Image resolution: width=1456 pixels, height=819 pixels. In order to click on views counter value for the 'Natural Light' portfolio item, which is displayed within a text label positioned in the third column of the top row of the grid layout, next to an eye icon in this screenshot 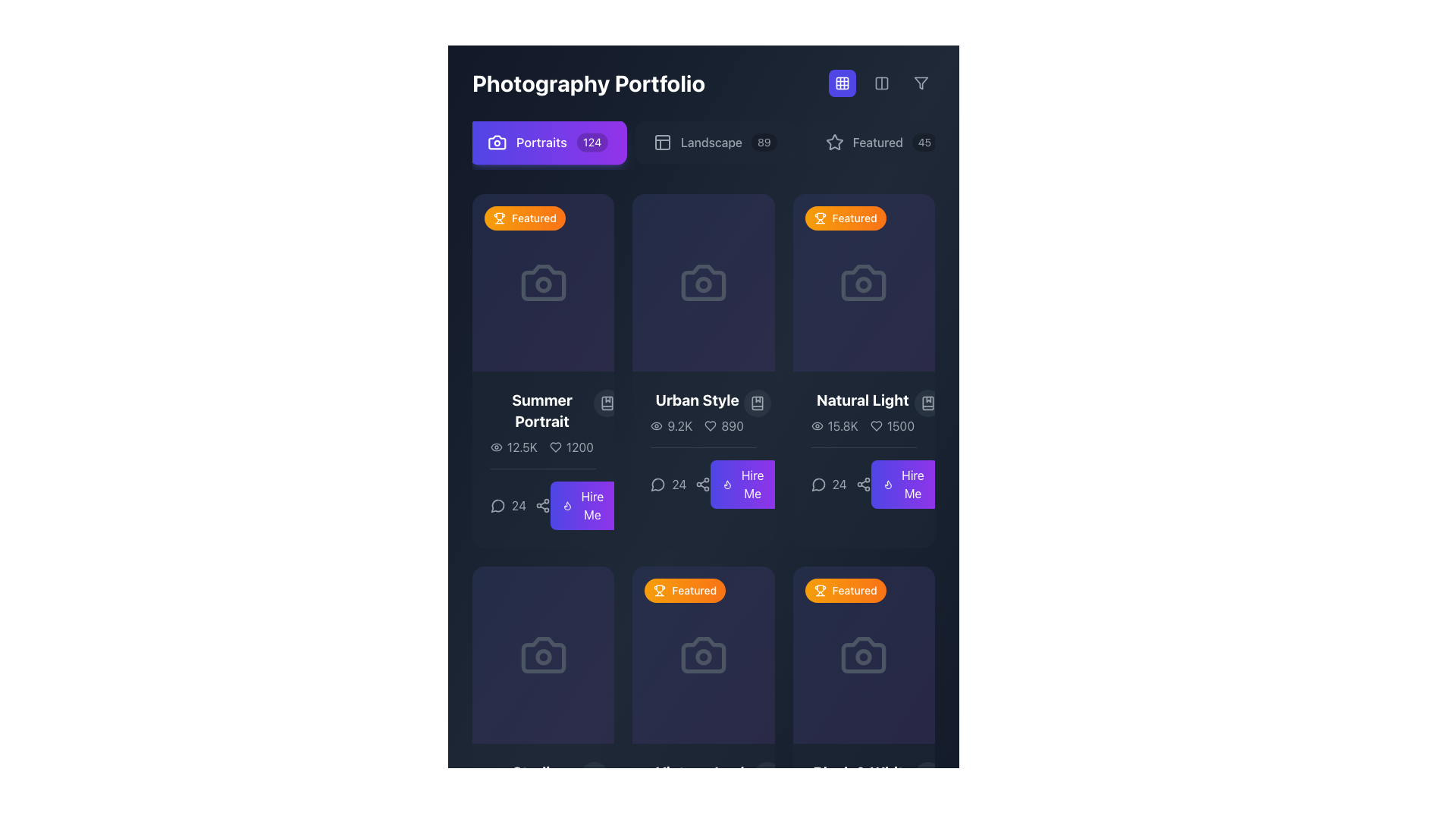, I will do `click(842, 426)`.